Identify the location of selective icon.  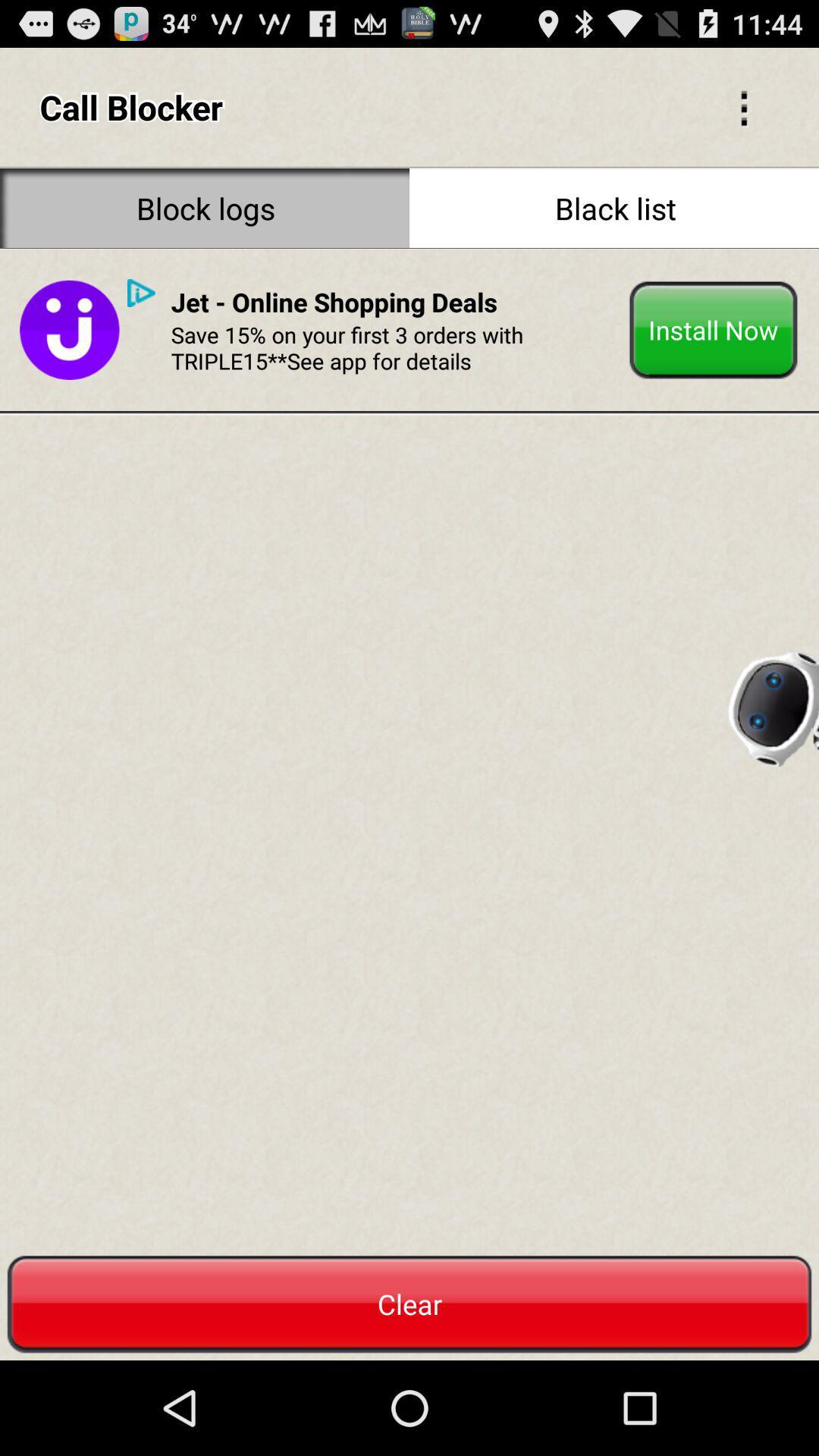
(743, 106).